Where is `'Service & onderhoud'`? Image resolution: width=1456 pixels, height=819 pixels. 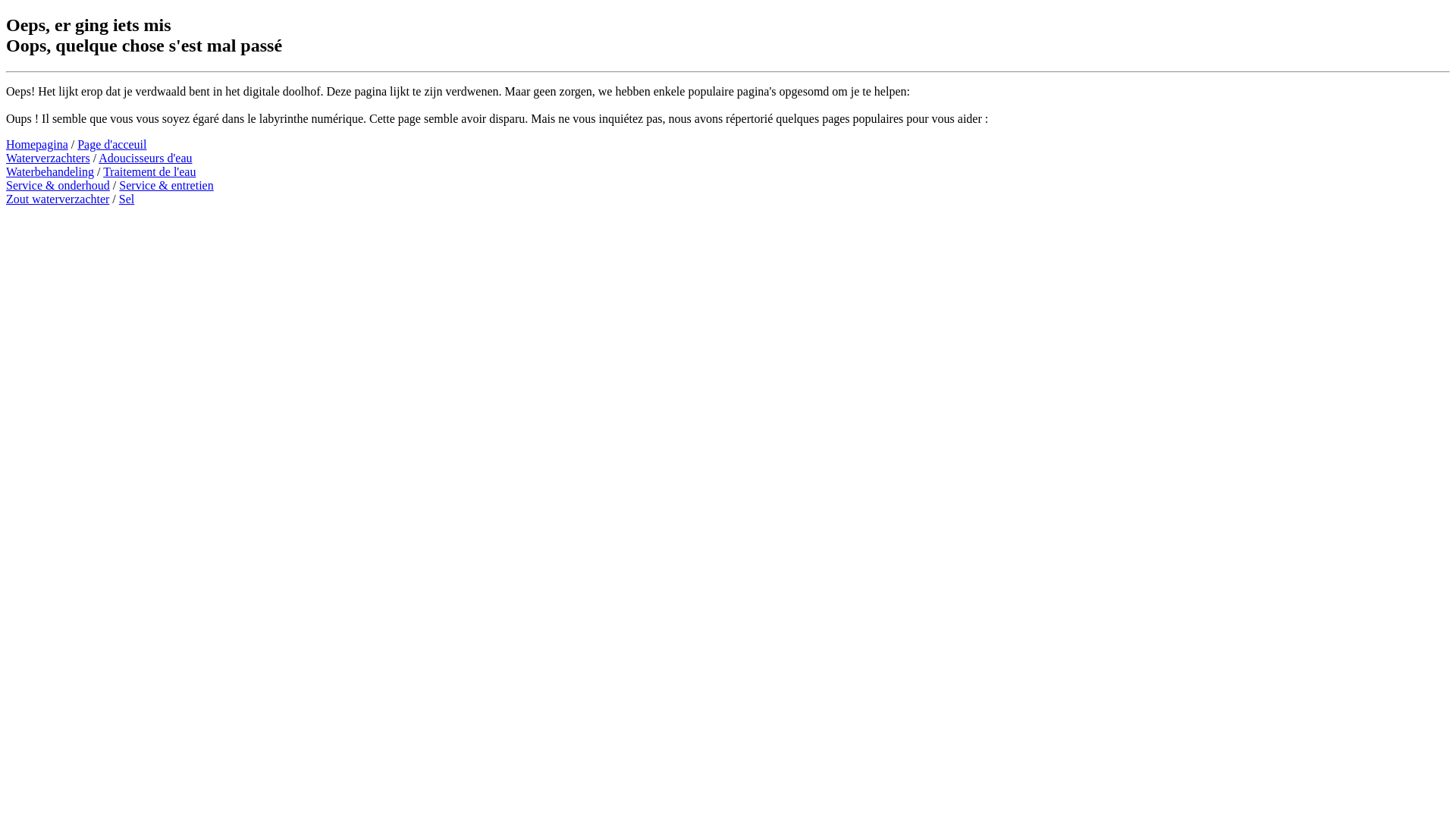
'Service & onderhoud' is located at coordinates (58, 184).